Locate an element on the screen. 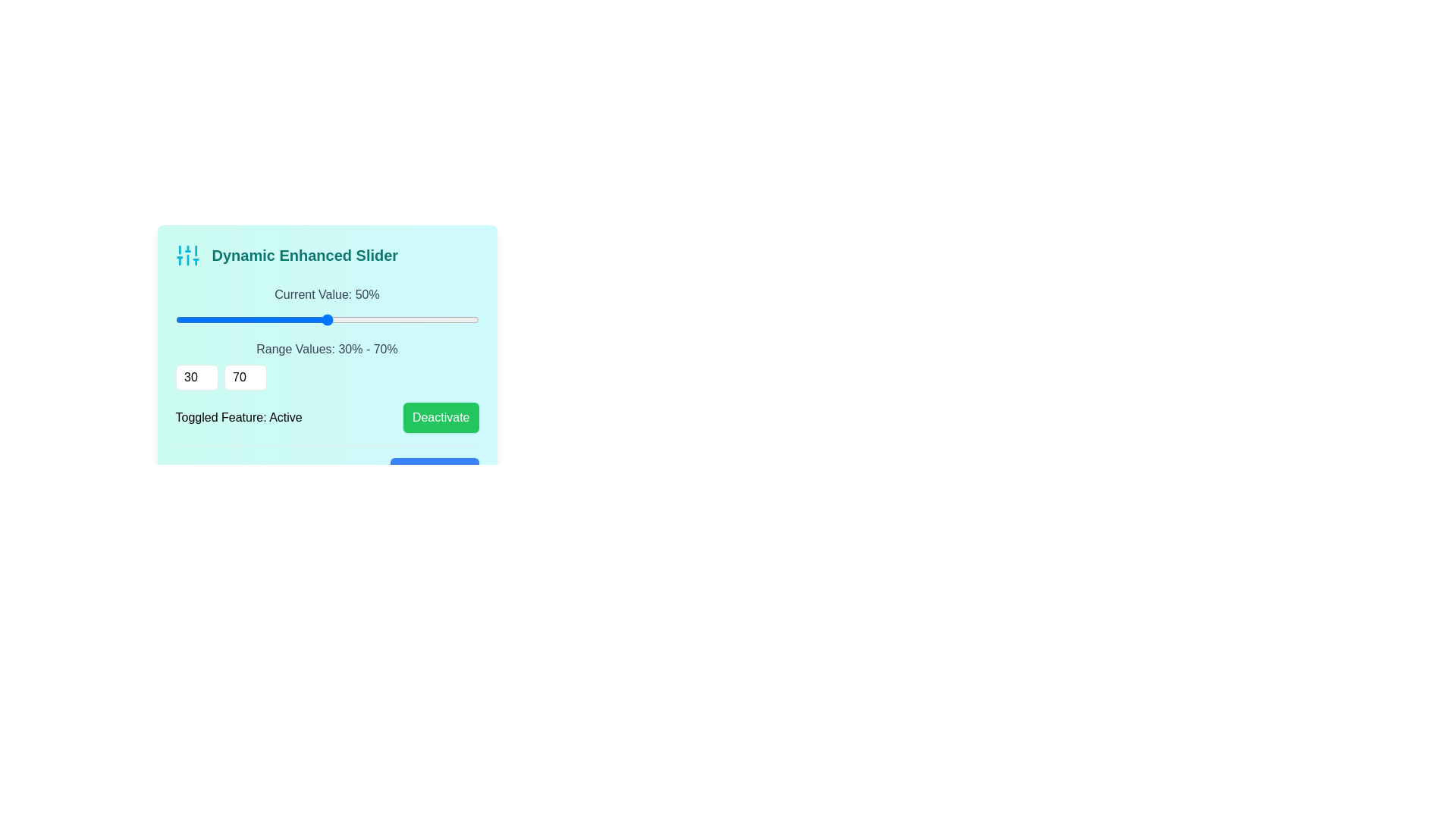  the slider is located at coordinates (197, 318).